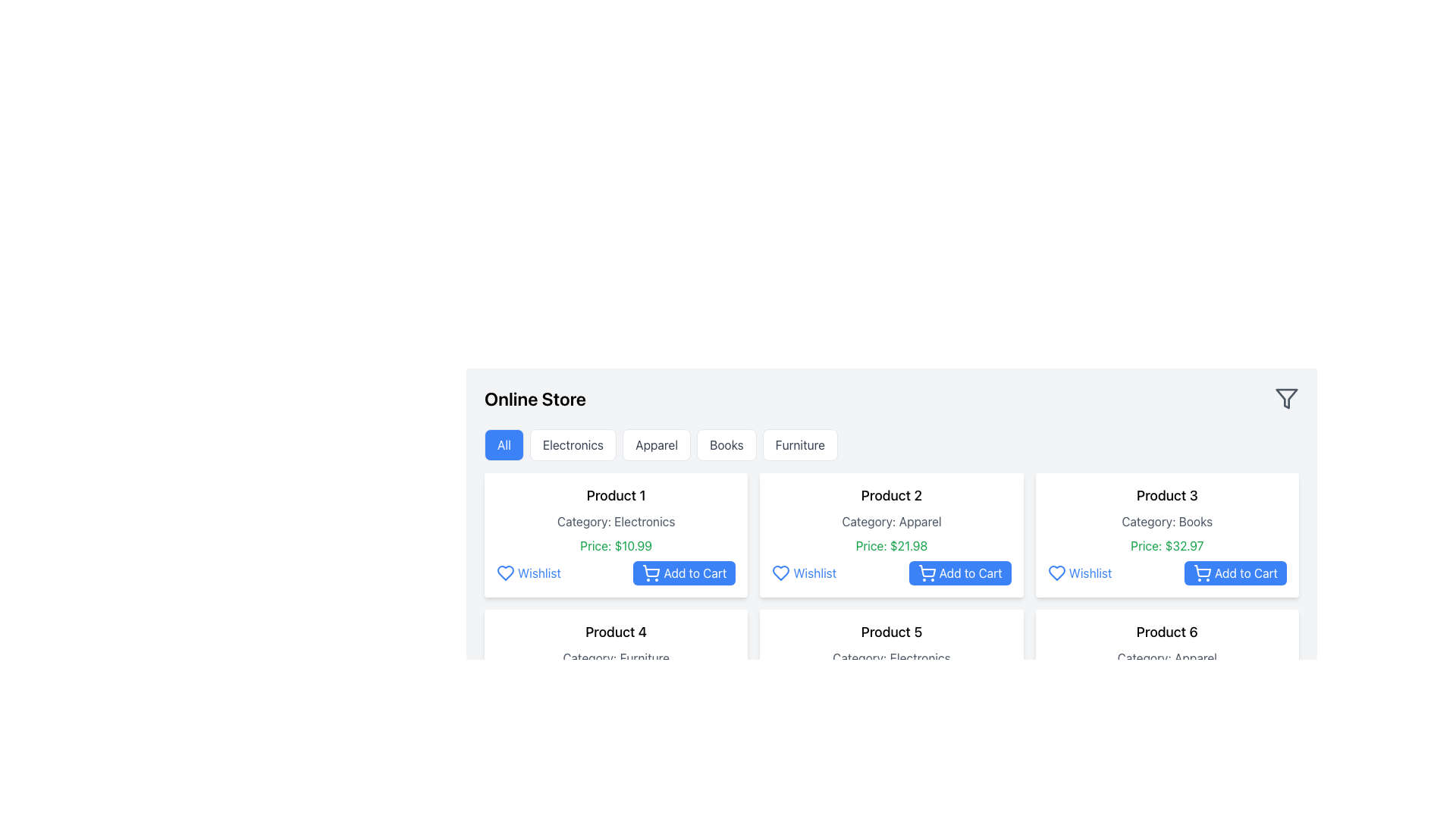  I want to click on the green price information text display located below the category description in the product information card for 'Product 1', so click(616, 546).